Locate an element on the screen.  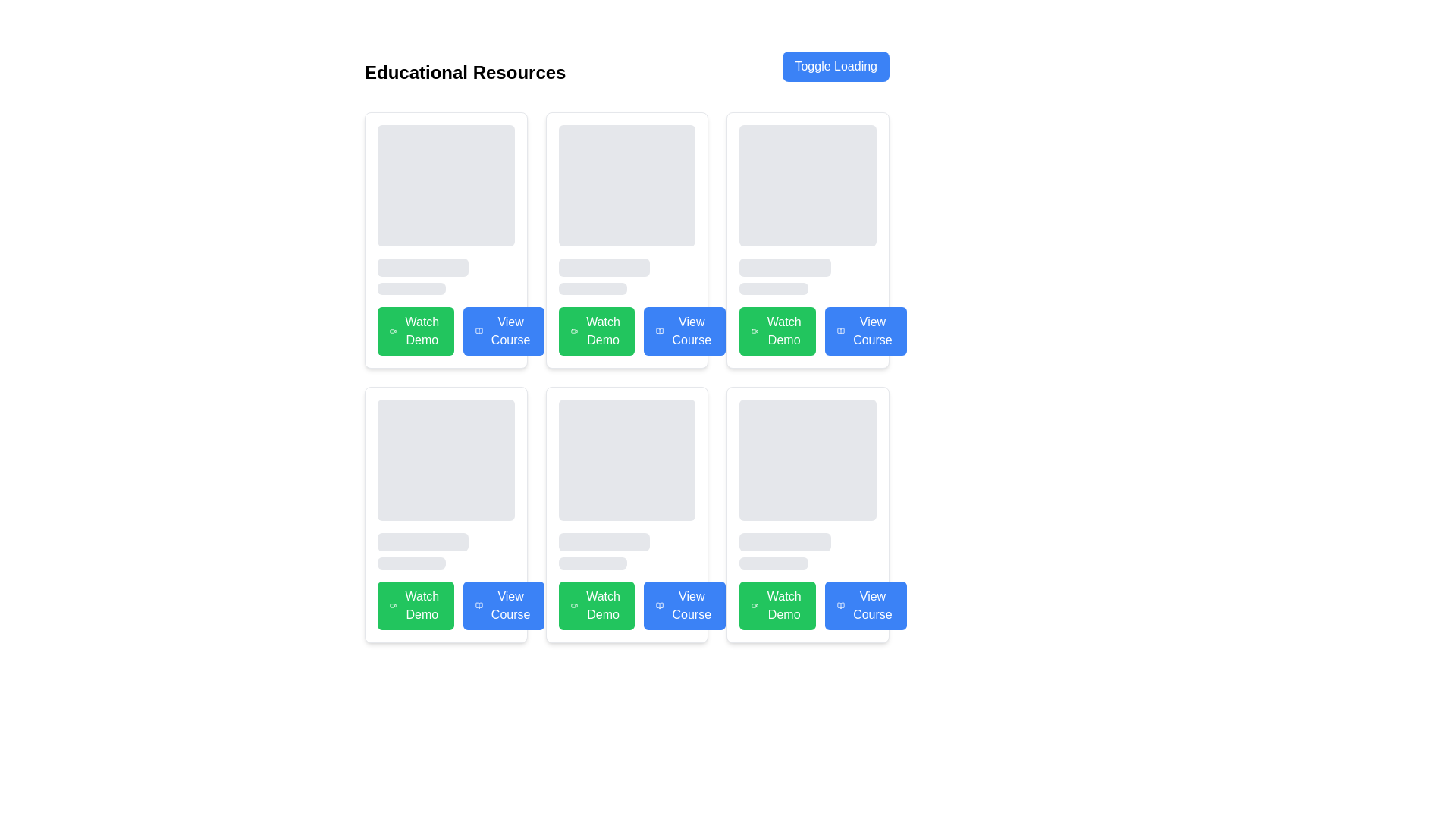
the second button labeled 'View Course' in the educational resources panel is located at coordinates (504, 330).